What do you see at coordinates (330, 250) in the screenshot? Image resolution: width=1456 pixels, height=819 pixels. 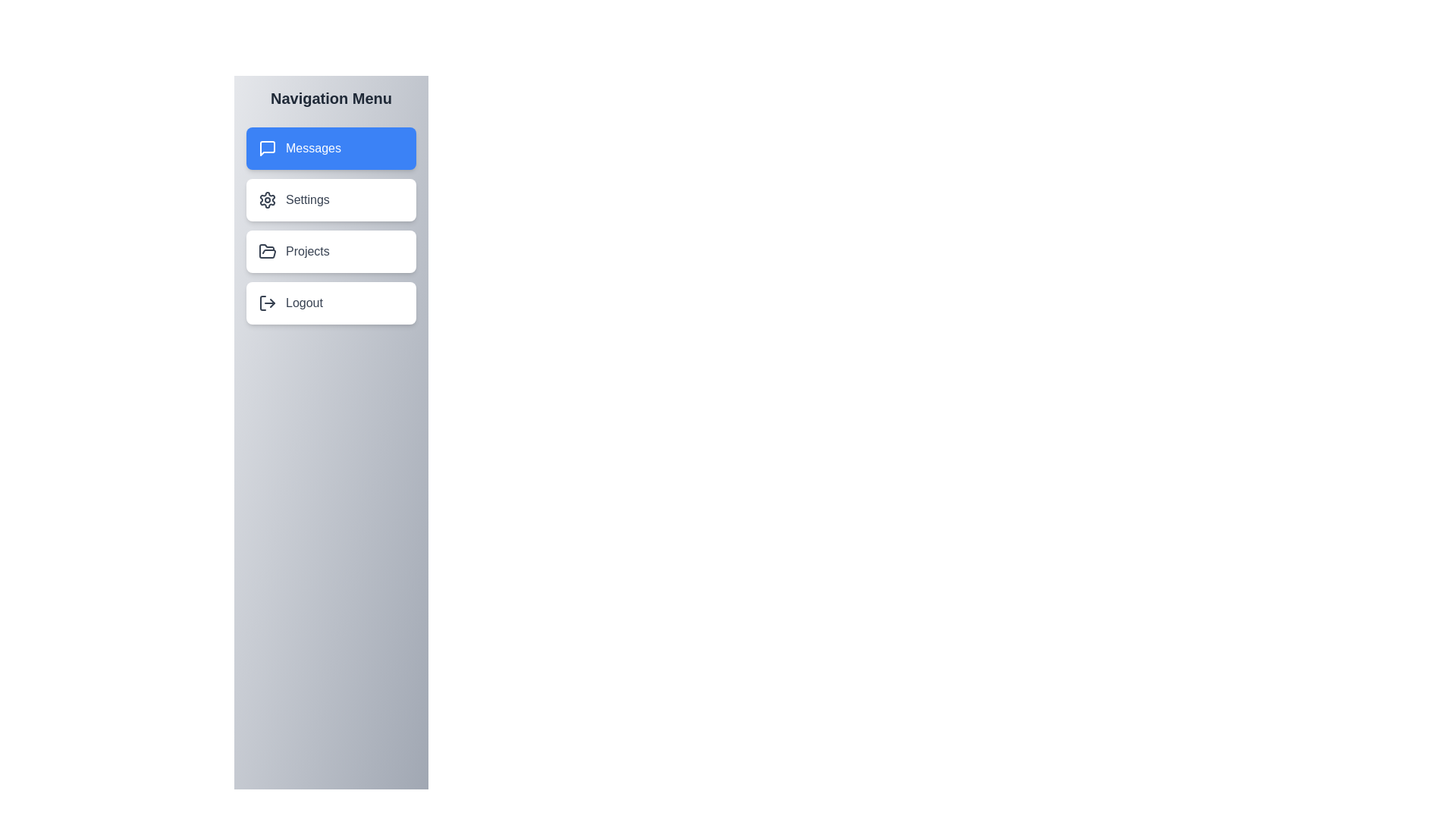 I see `the menu item Projects to navigate` at bounding box center [330, 250].